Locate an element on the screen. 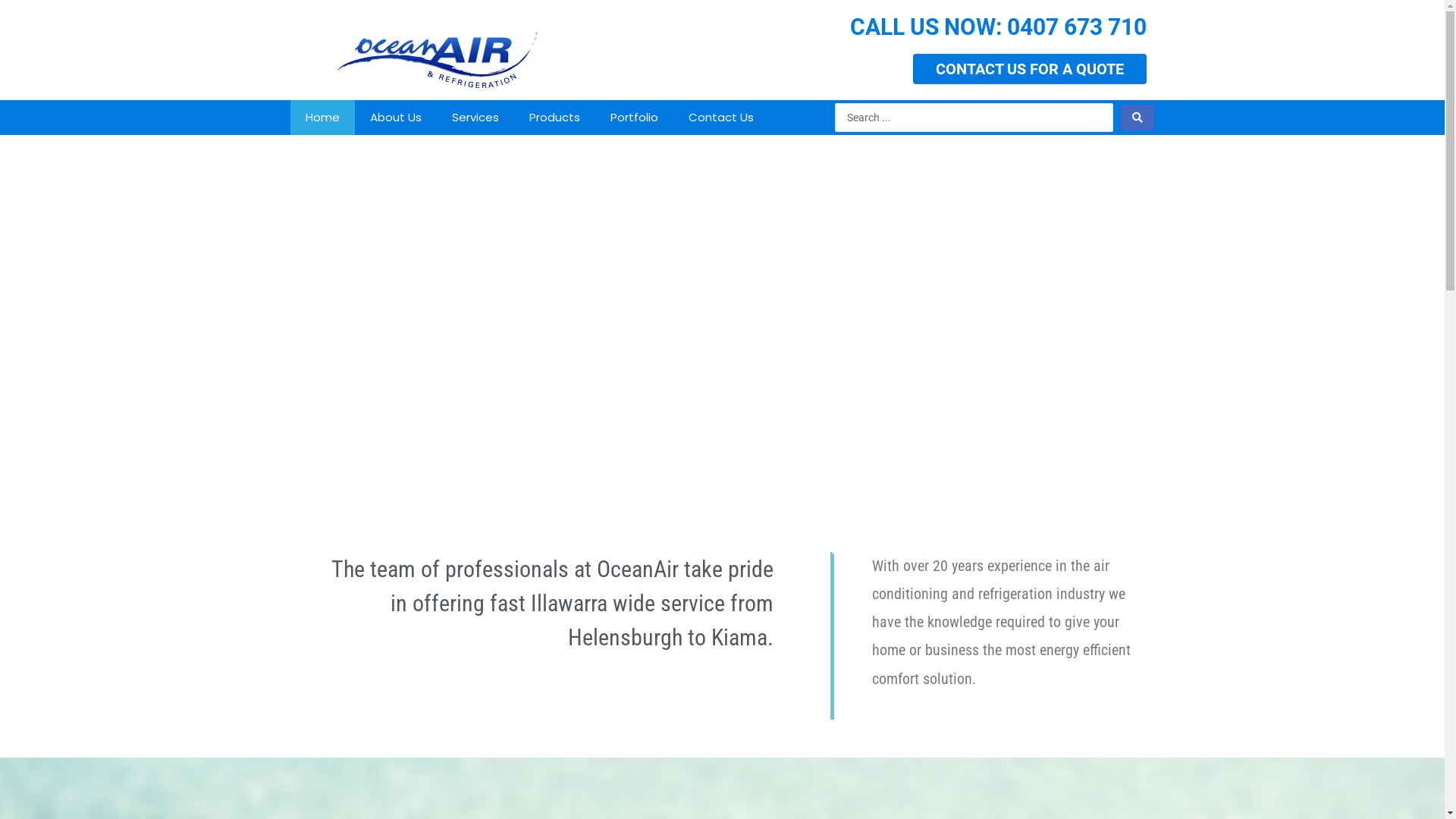 Image resolution: width=1456 pixels, height=819 pixels. 'CALL US NOW: 0407 673 710' is located at coordinates (998, 27).